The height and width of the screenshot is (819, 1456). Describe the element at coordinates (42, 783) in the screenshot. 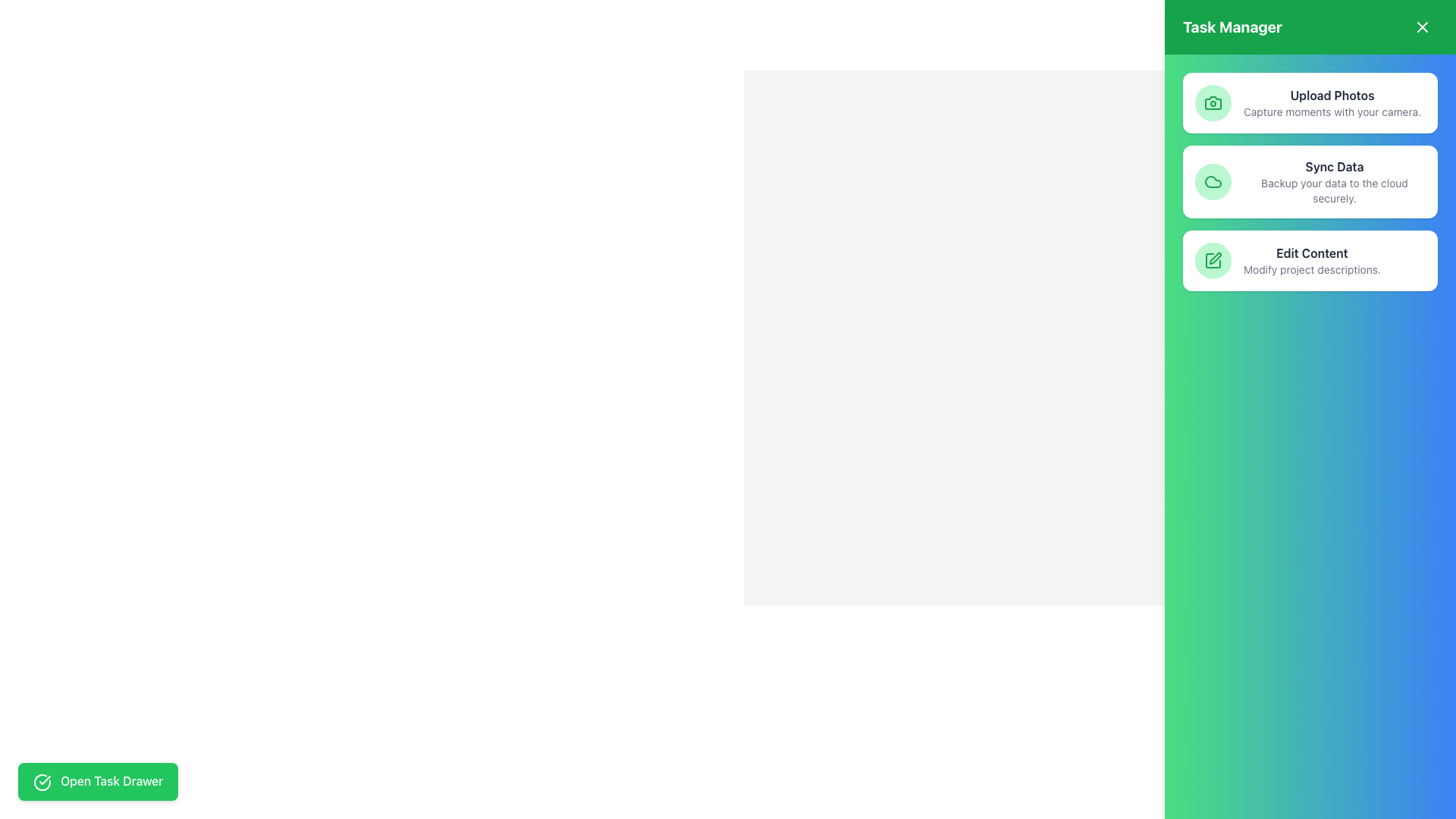

I see `the green circular icon with a checkmark symbol, located to the left of the 'Open Task Drawer' button` at that location.